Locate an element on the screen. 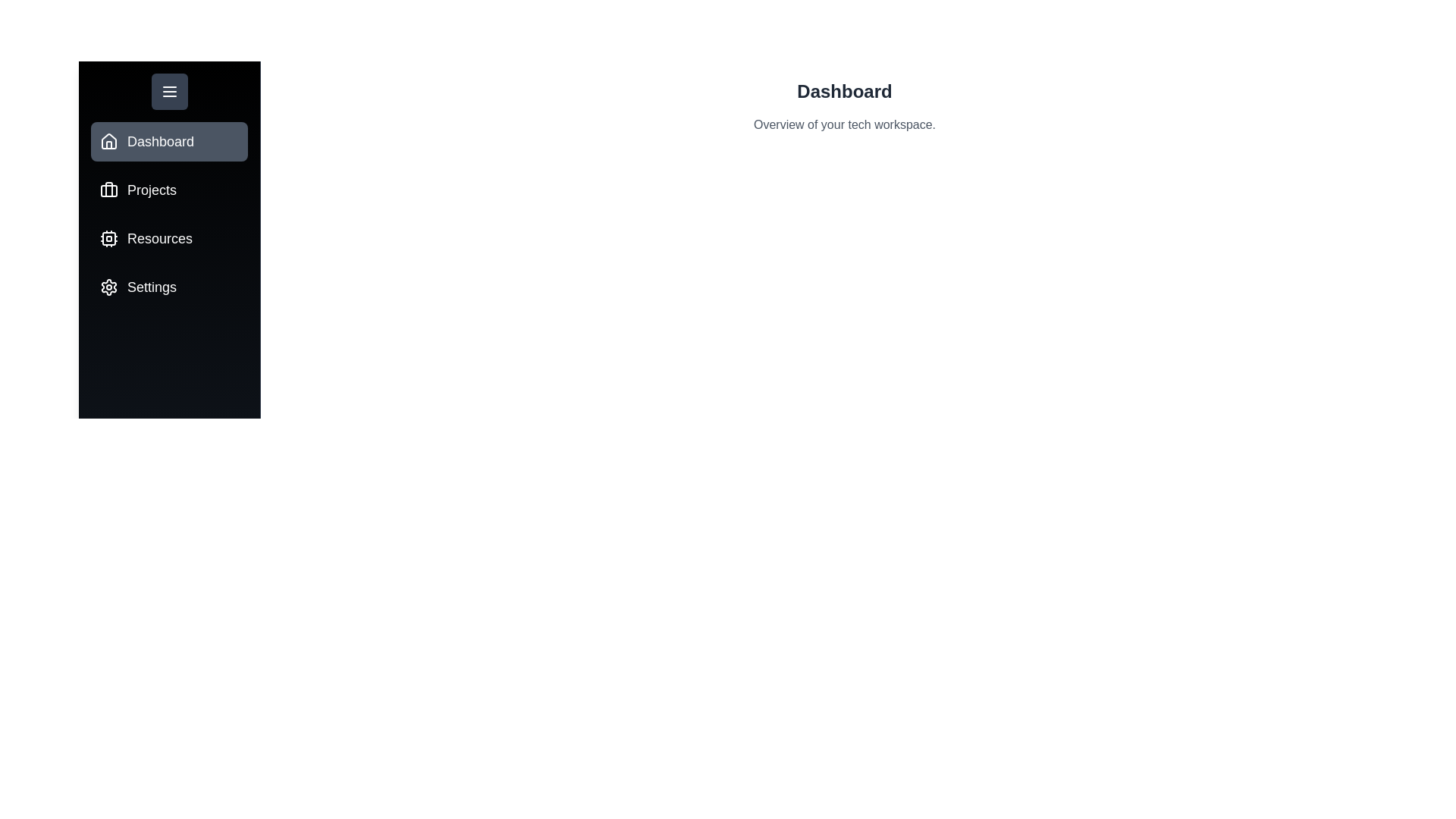 The width and height of the screenshot is (1456, 819). the tab icon for Projects to switch to that tab is located at coordinates (108, 189).